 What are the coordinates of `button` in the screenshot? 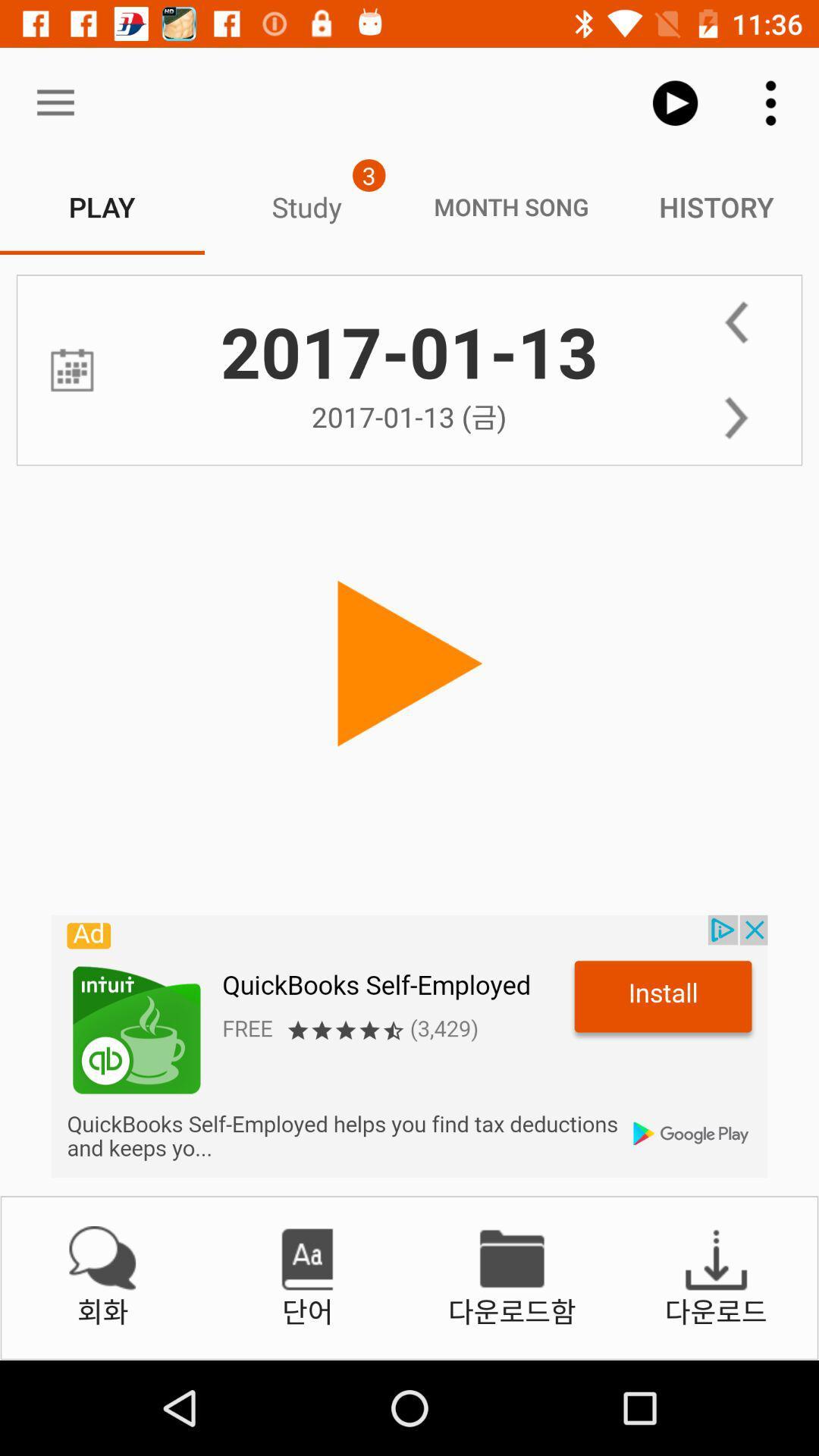 It's located at (409, 664).